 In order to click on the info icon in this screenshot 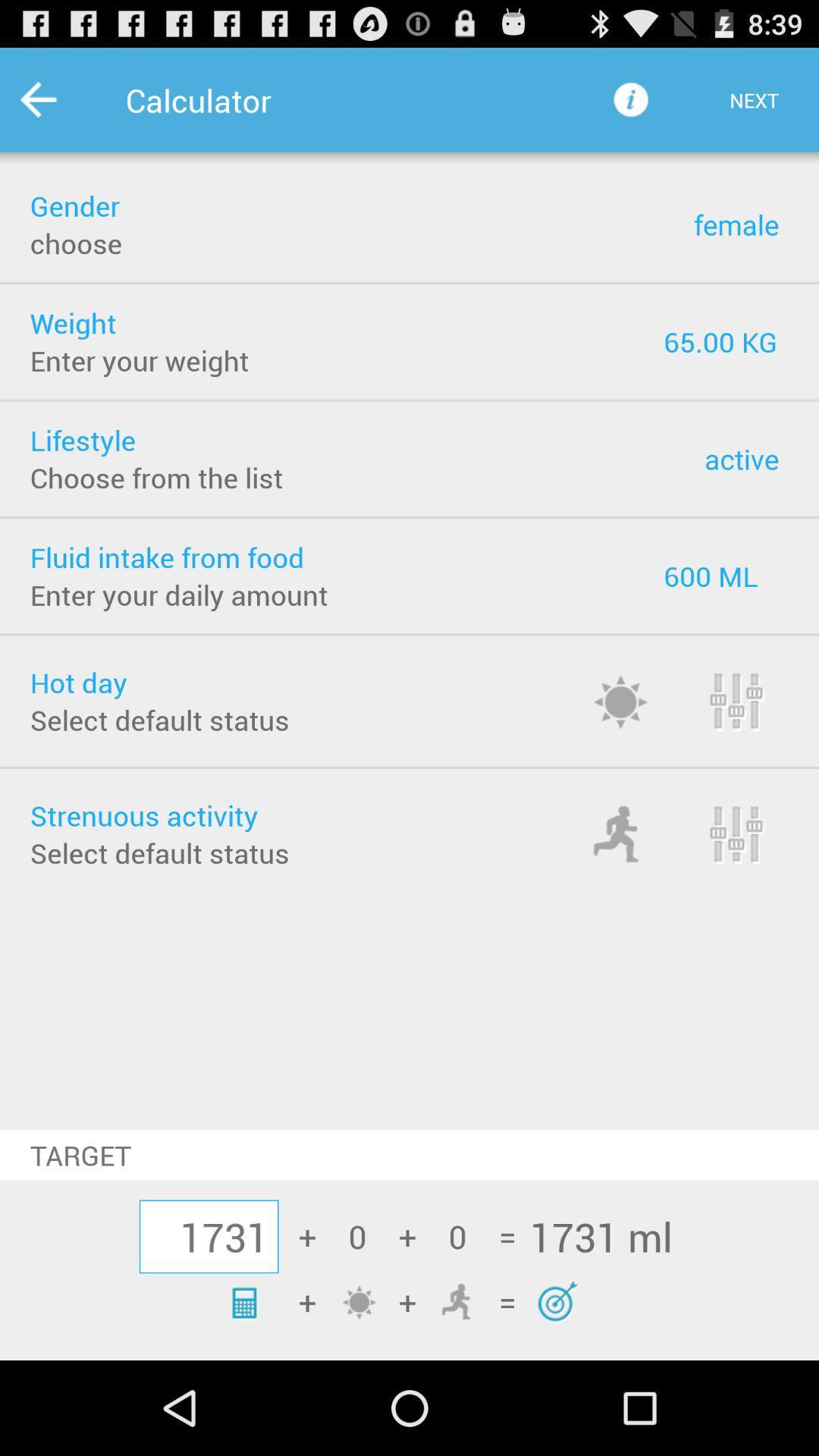, I will do `click(631, 106)`.